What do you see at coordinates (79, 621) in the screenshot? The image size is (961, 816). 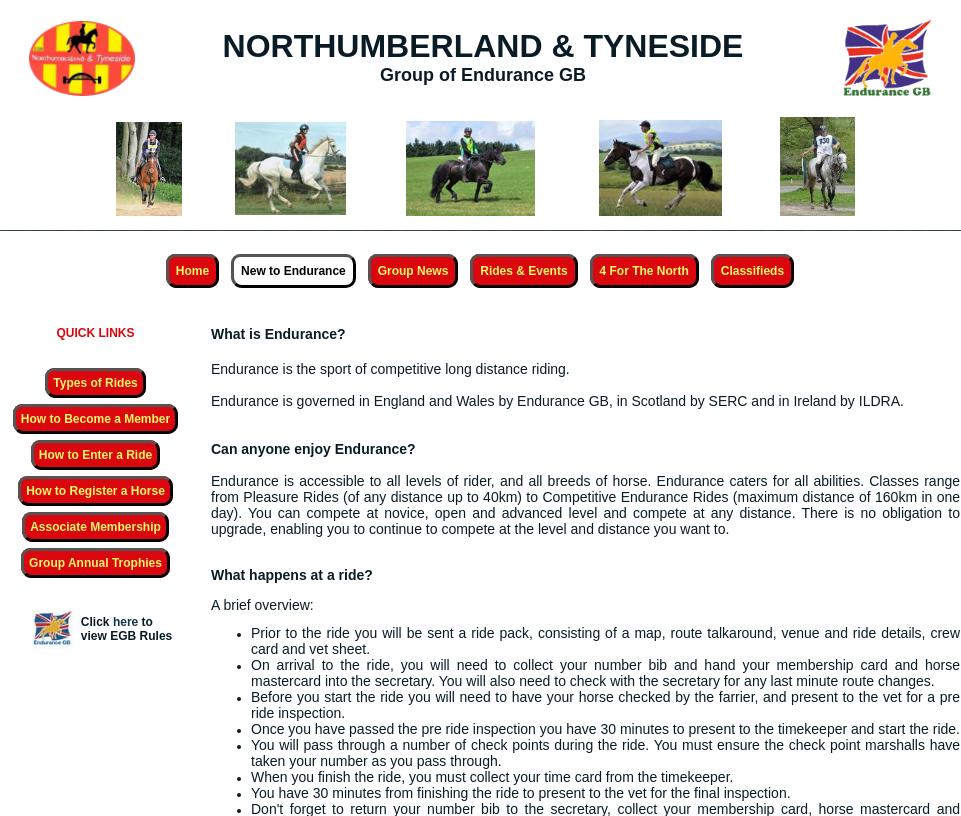 I see `'Click'` at bounding box center [79, 621].